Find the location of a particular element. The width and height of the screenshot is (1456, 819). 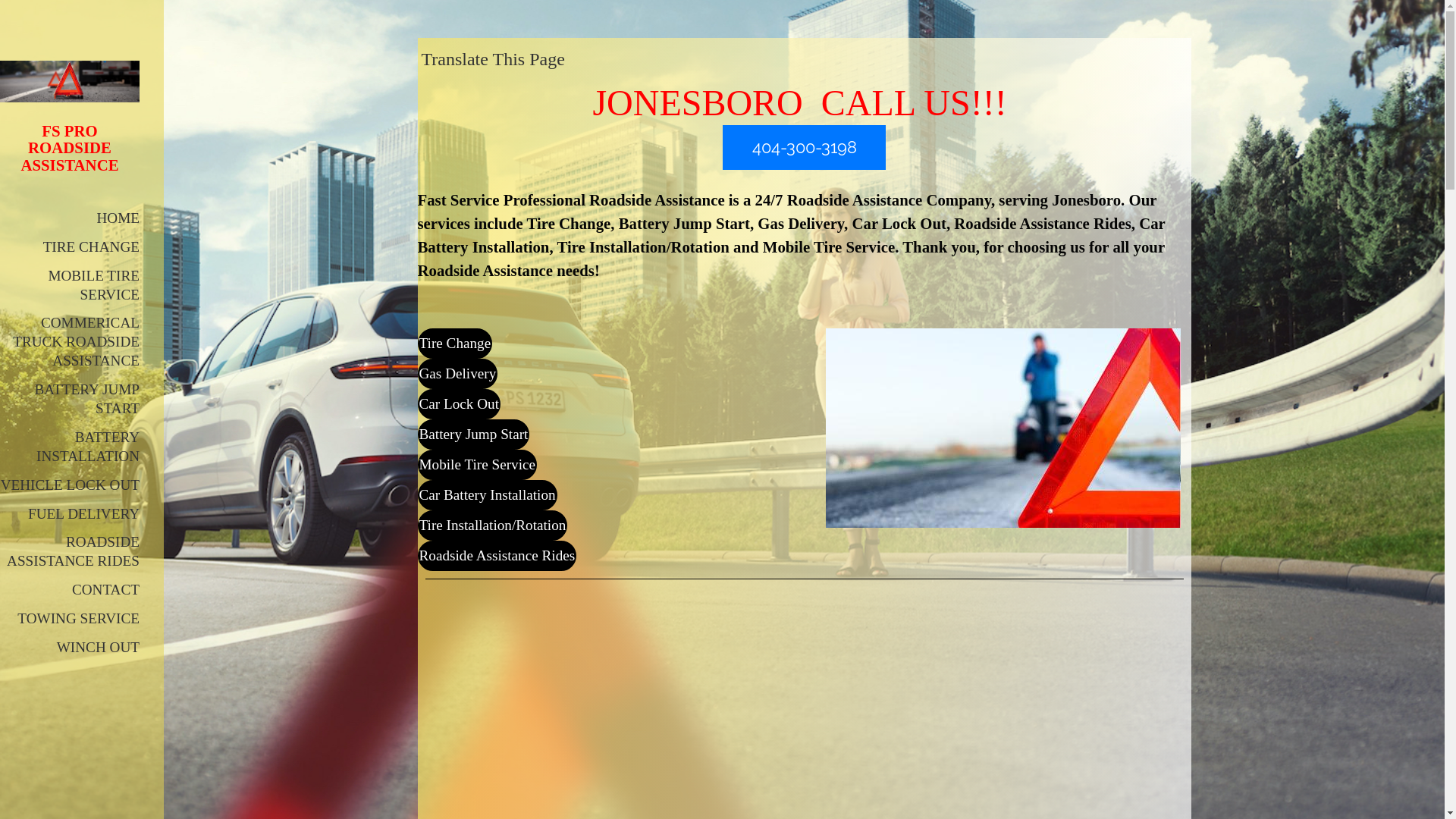

'Mobile Tire Service' is located at coordinates (417, 464).